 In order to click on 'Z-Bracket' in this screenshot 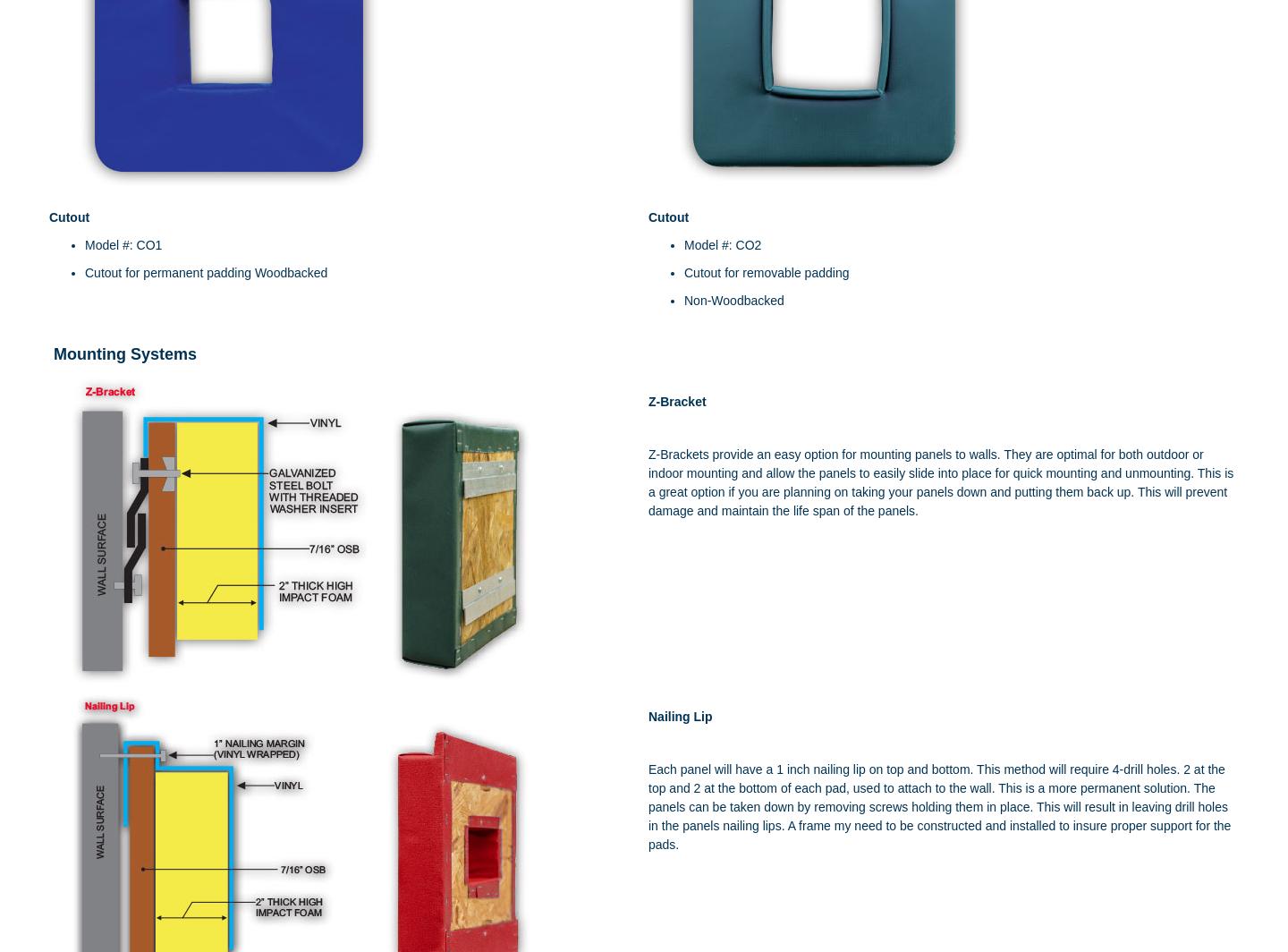, I will do `click(648, 401)`.